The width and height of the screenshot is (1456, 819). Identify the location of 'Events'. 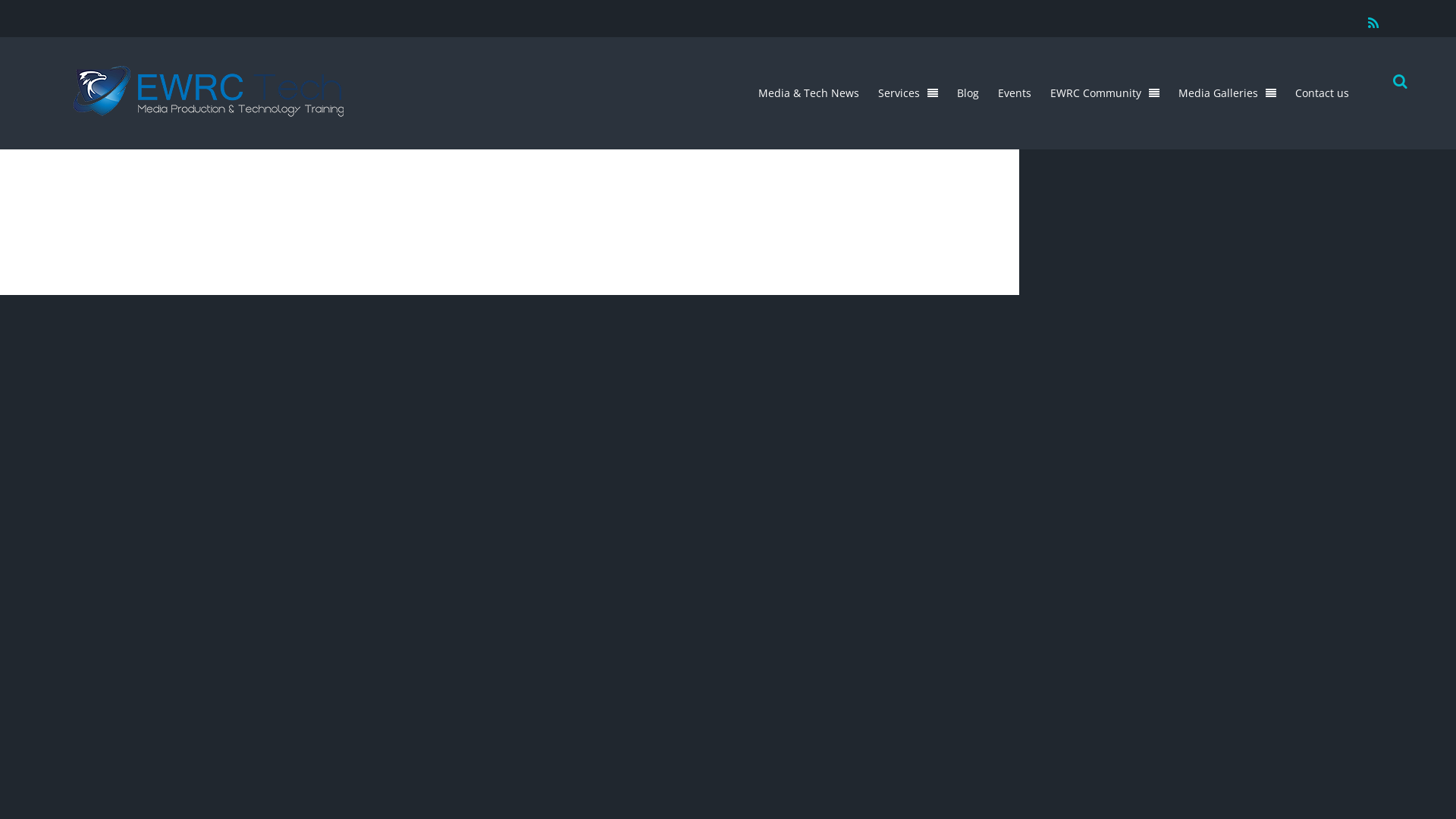
(1015, 93).